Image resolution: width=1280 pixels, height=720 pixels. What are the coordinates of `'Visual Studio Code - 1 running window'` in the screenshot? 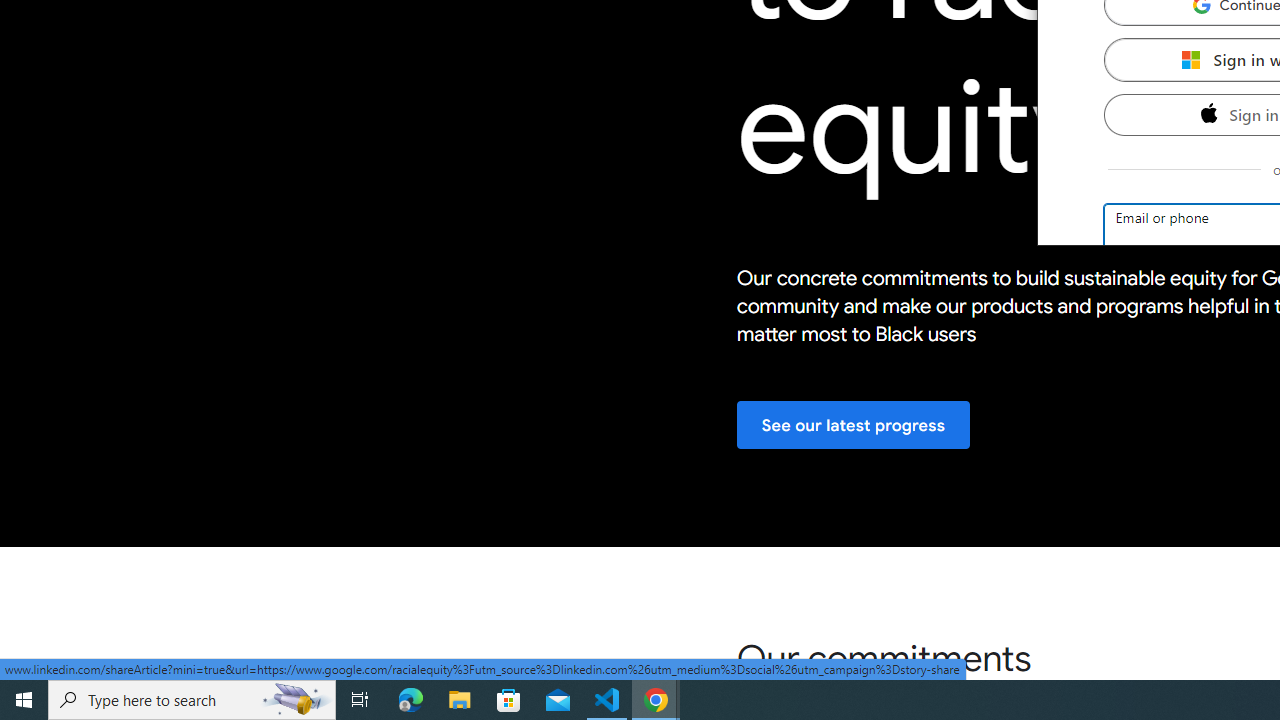 It's located at (606, 698).